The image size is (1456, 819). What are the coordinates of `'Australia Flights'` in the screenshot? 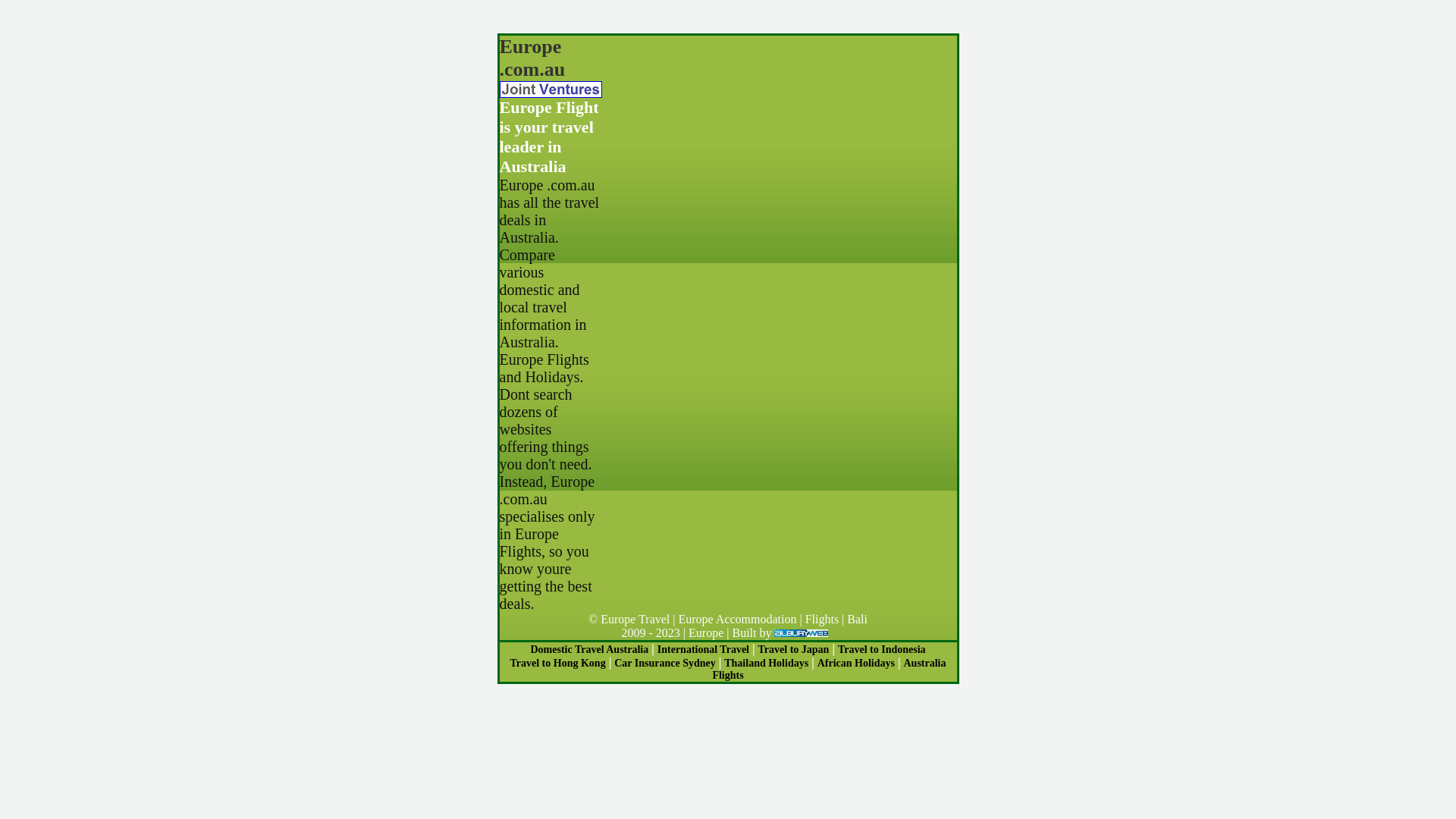 It's located at (711, 668).